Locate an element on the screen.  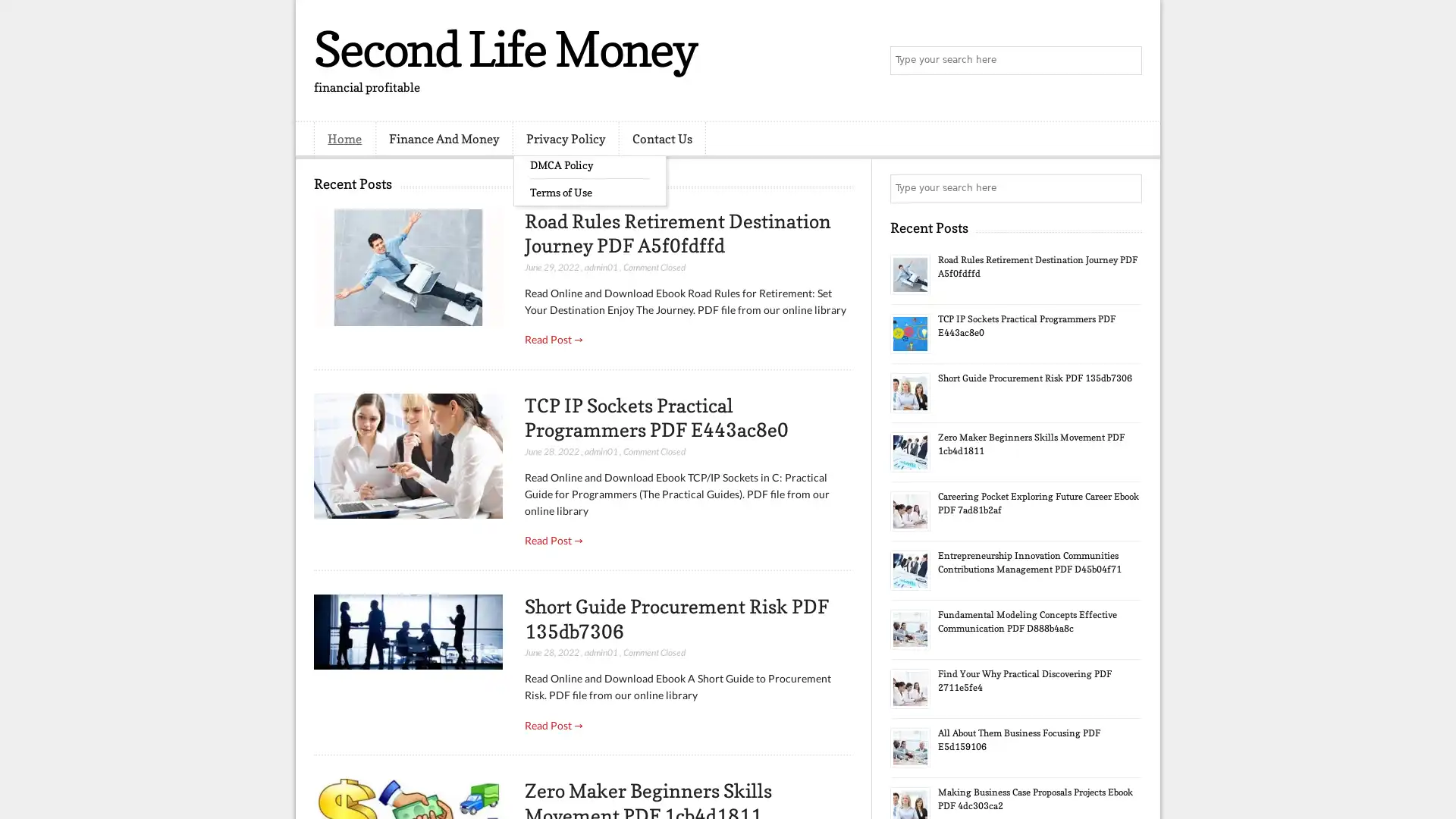
Search is located at coordinates (1126, 61).